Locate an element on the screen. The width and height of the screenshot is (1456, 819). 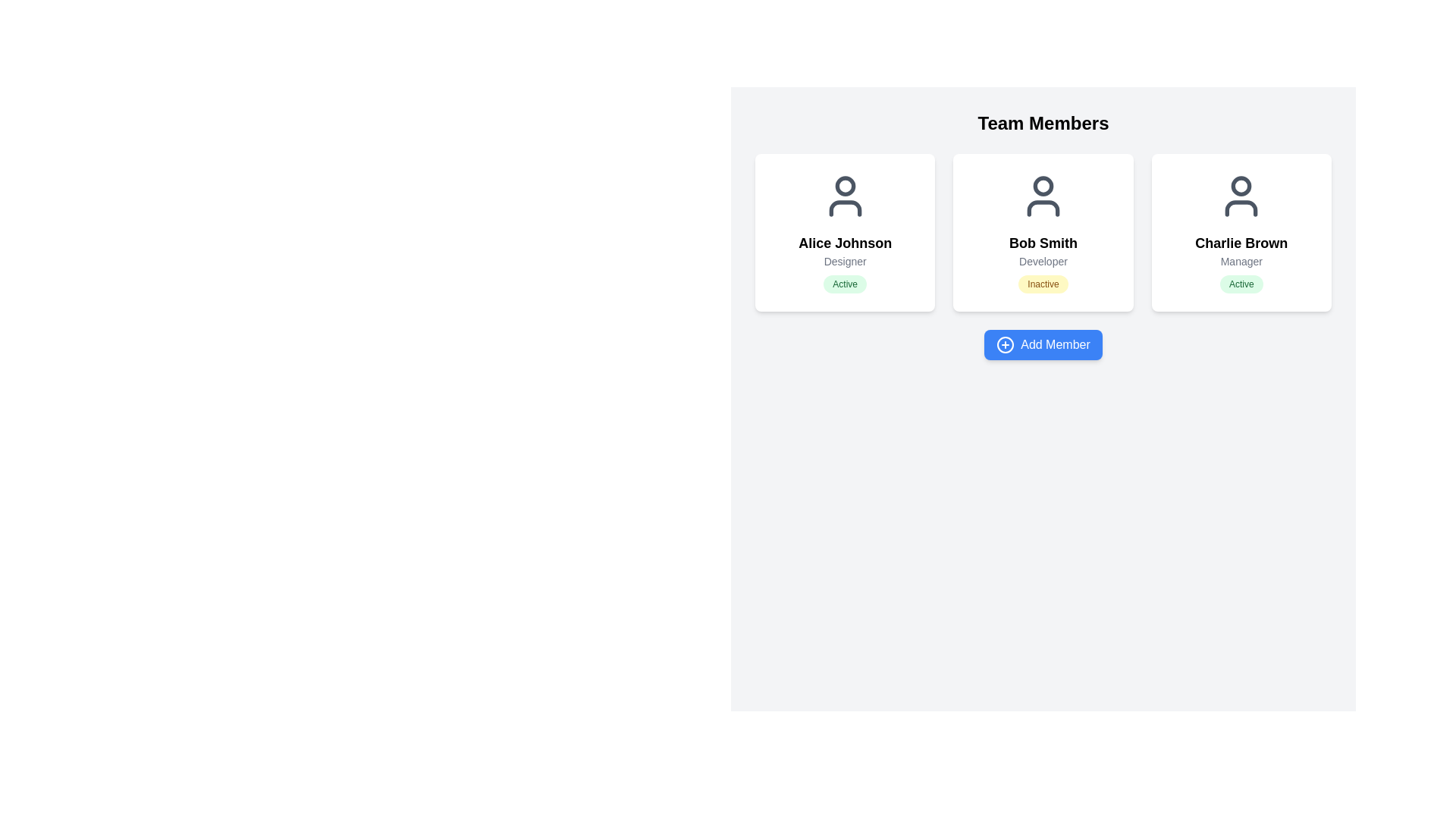
the small oval badge with light yellow background and bold text reading 'Inactive', located under the 'Developer' label in the card for 'Bob Smith' is located at coordinates (1043, 284).